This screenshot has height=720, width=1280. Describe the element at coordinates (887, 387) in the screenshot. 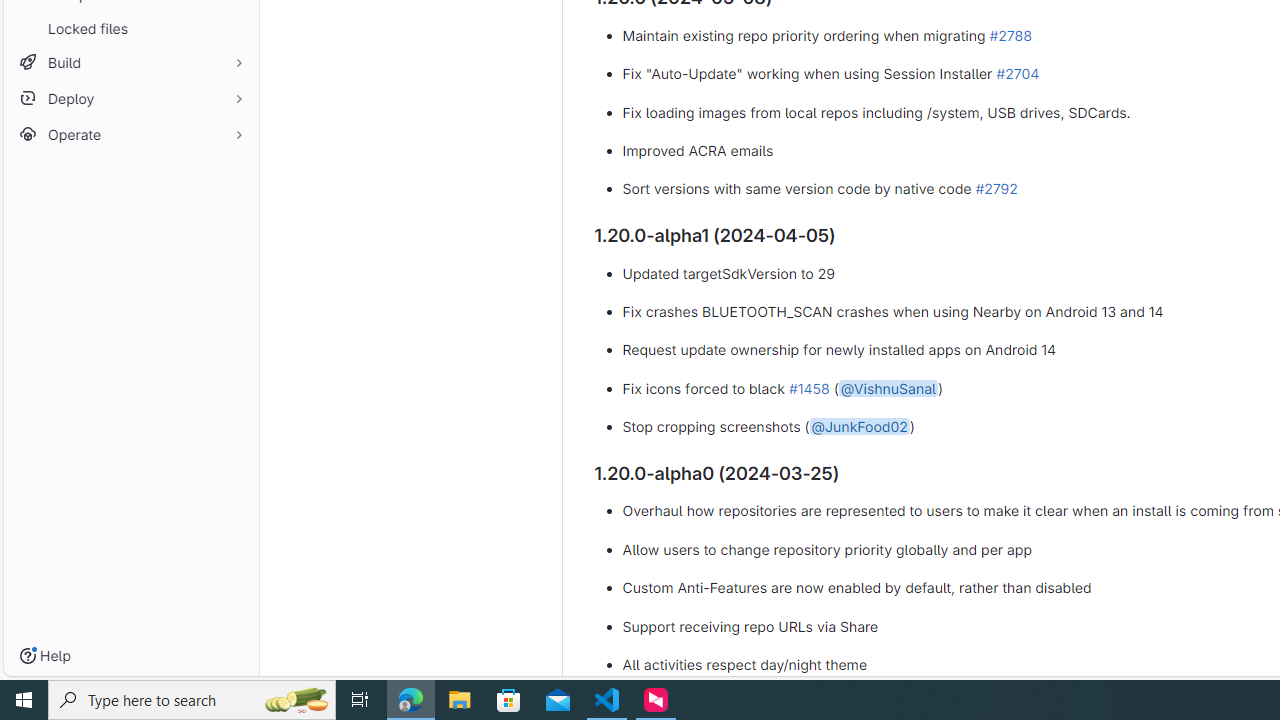

I see `'@VishnuSanal'` at that location.